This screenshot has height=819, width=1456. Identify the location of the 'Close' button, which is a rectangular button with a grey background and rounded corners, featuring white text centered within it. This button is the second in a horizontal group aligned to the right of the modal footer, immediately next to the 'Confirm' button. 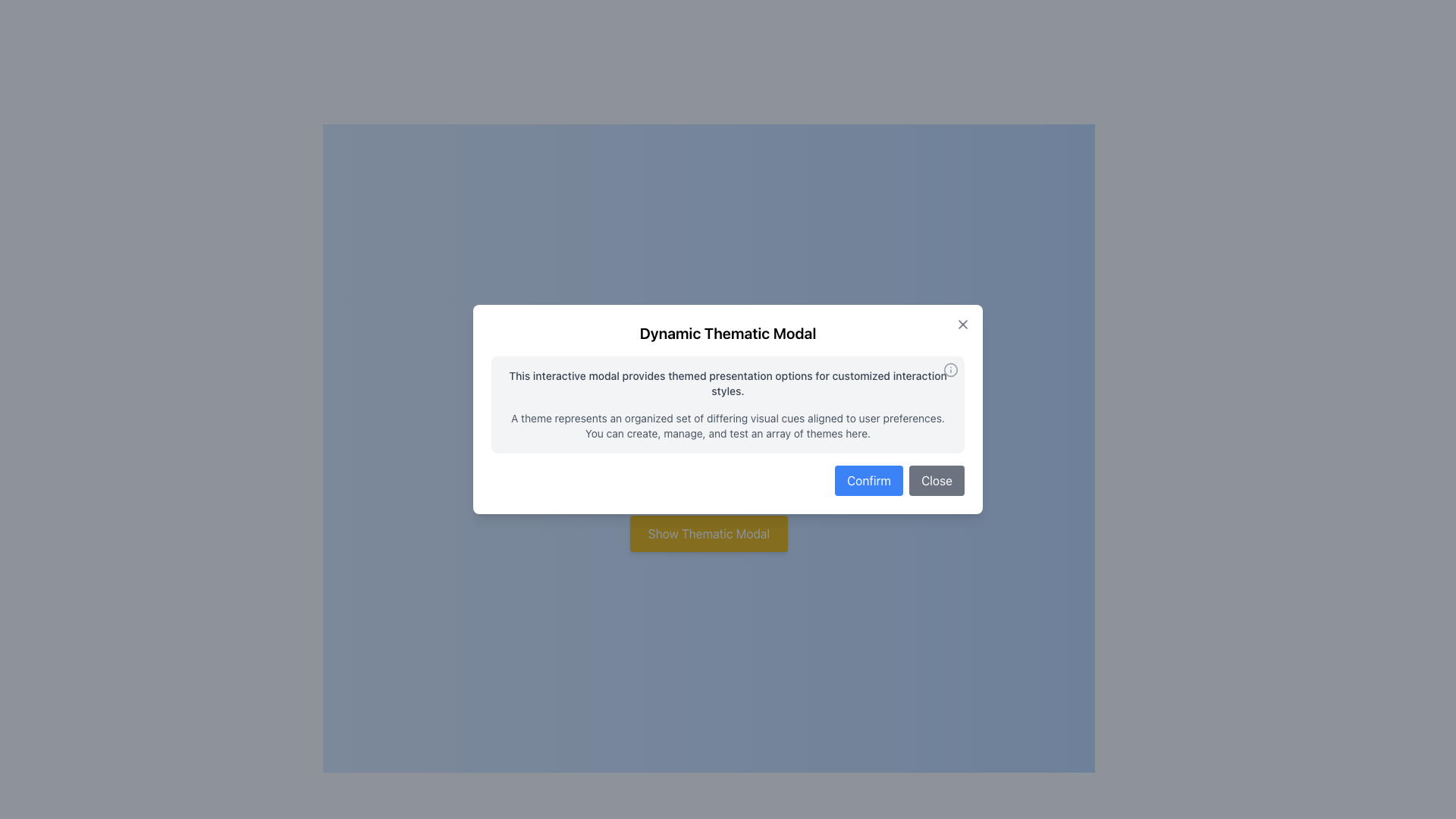
(936, 480).